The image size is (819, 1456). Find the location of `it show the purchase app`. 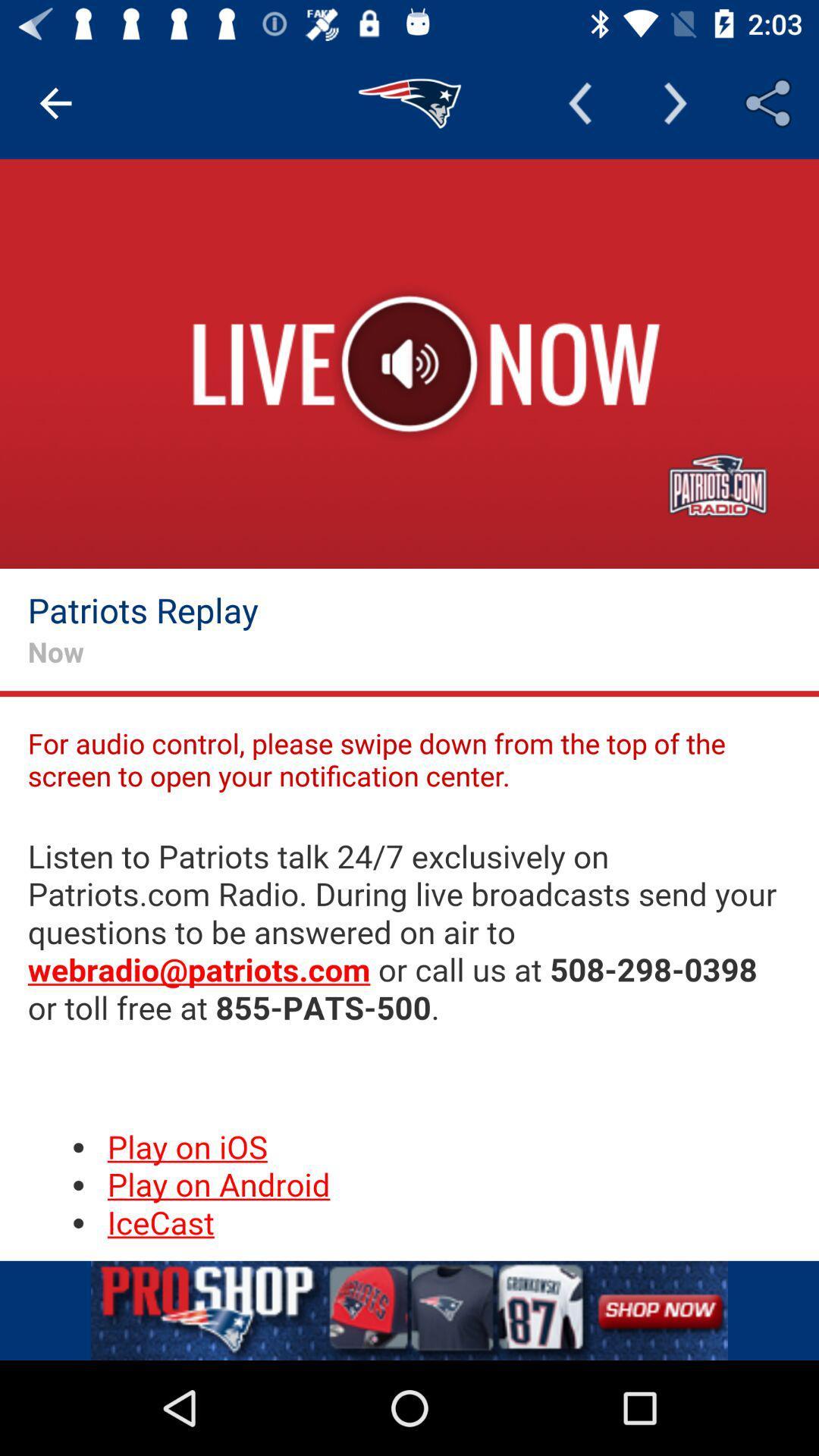

it show the purchase app is located at coordinates (409, 1310).